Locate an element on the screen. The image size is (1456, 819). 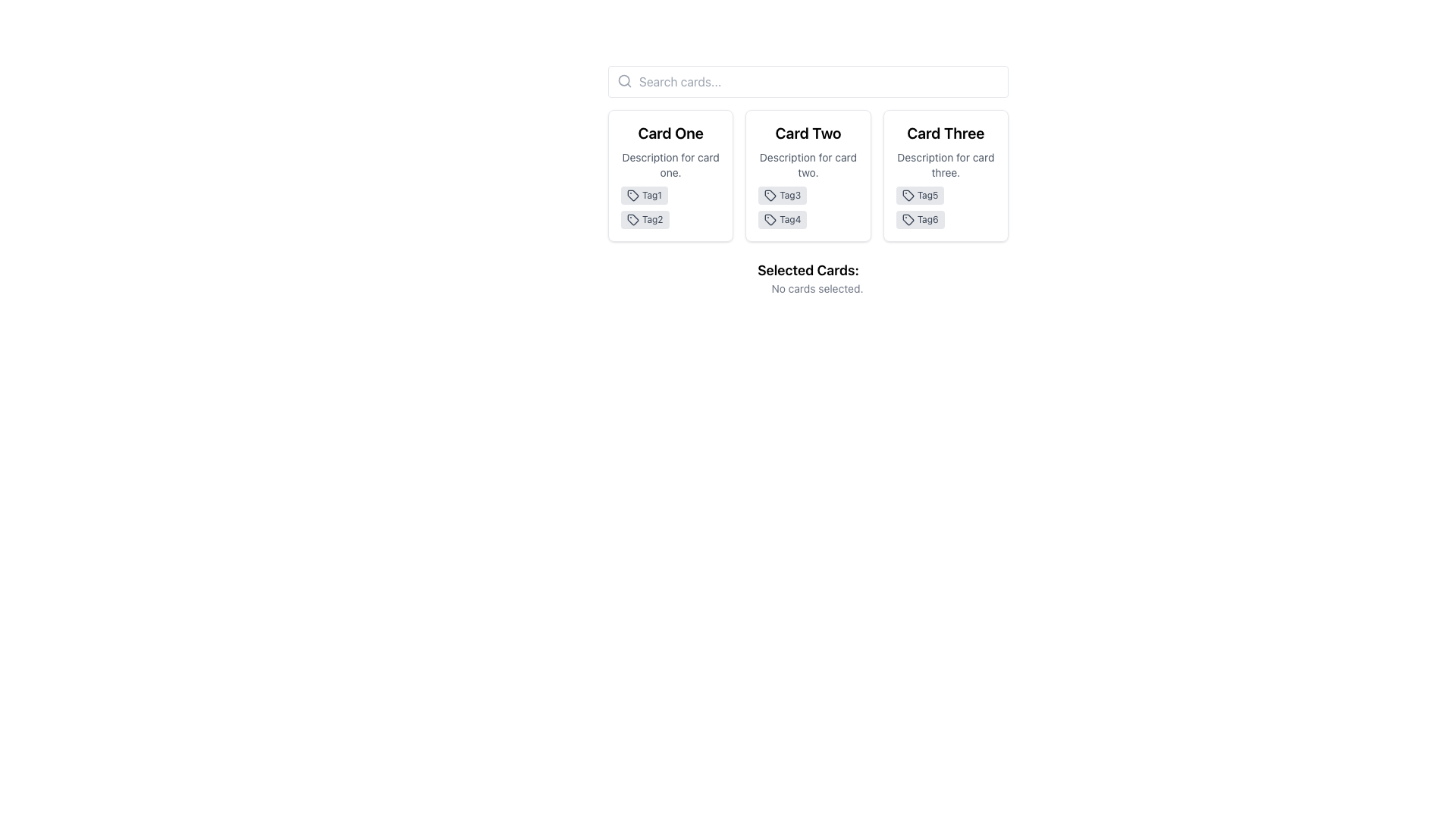
the second tag under 'Card Three', which is located below 'Tag5' in the bottom area of the card is located at coordinates (919, 219).